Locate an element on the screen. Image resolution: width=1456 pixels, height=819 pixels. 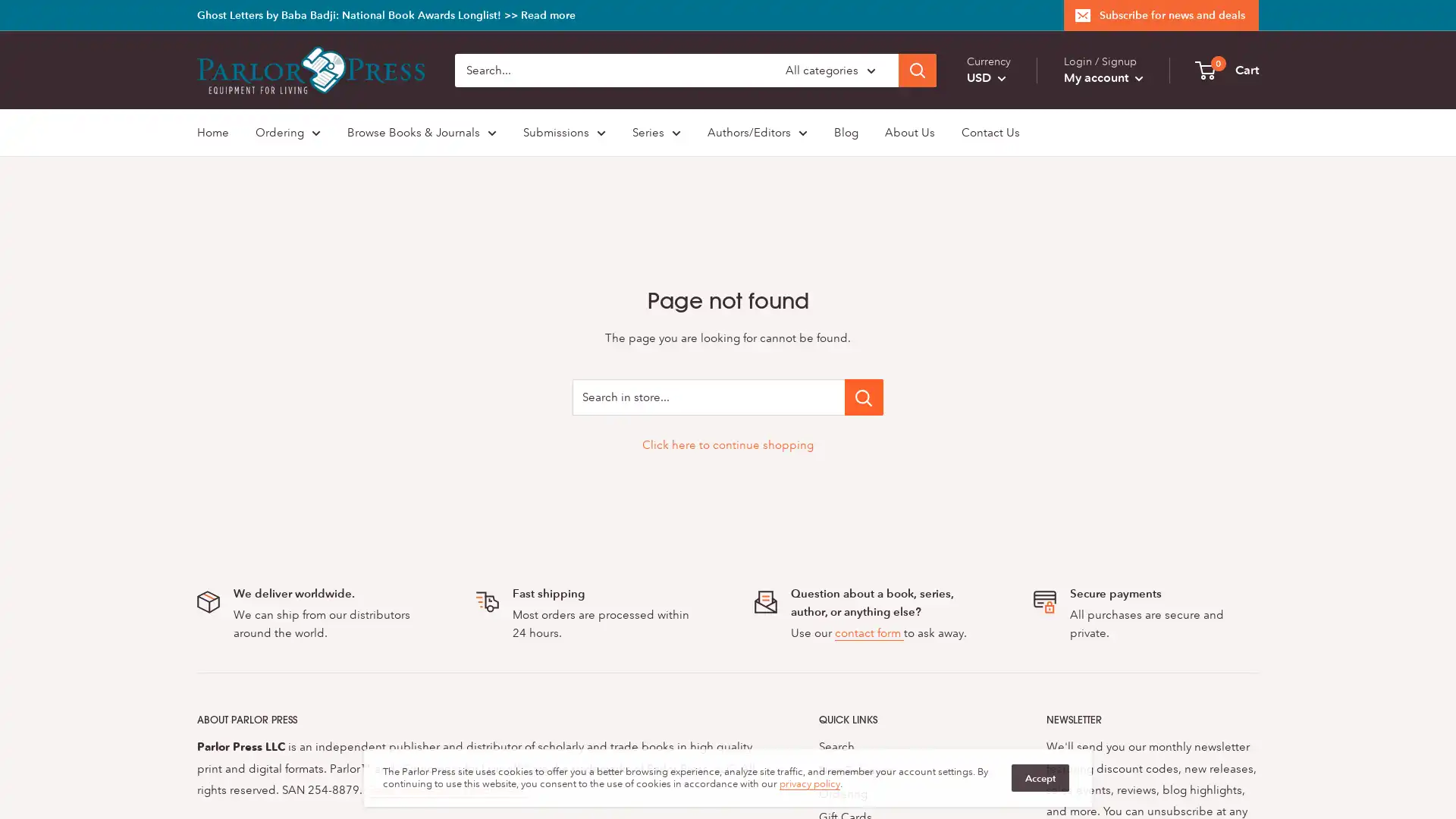
Search in store... is located at coordinates (864, 397).